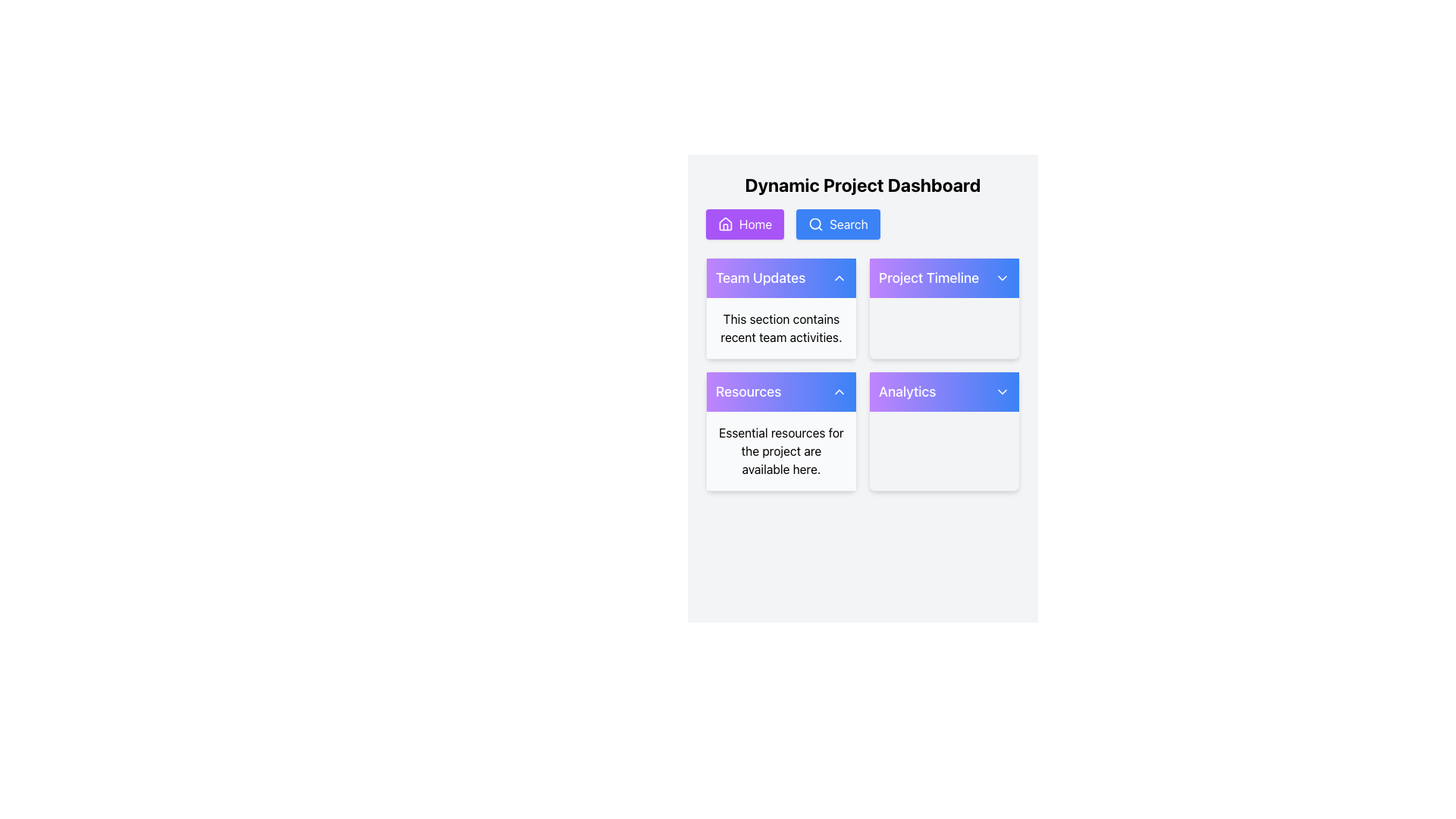 This screenshot has height=819, width=1456. What do you see at coordinates (1002, 391) in the screenshot?
I see `the downward-pointing chevron icon in the top-right corner of the 'Analytics' box` at bounding box center [1002, 391].